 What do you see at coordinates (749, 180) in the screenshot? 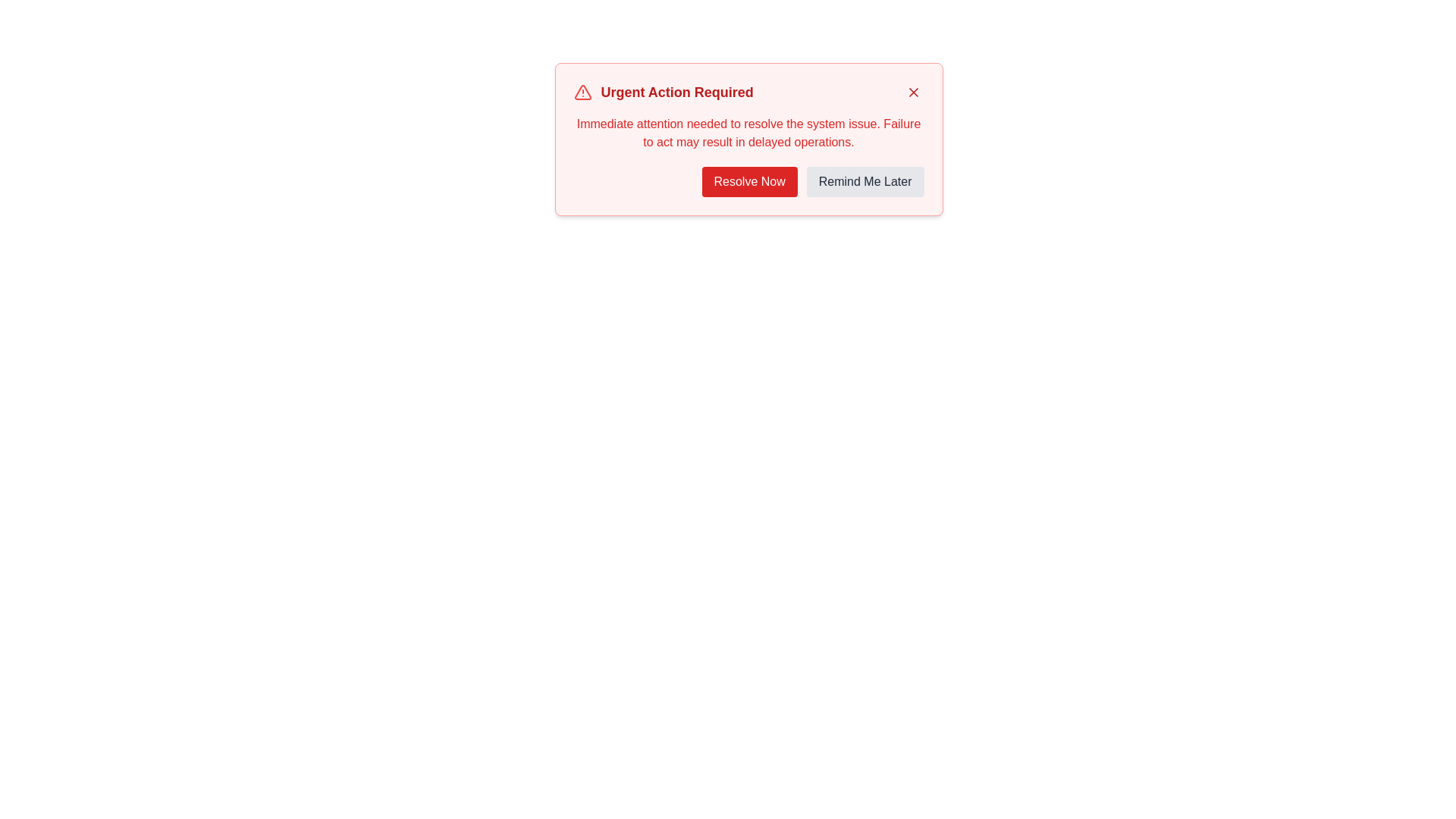
I see `the 'Resolve Now' button, which is a red button with white text, located on the bottom-right side of the interface` at bounding box center [749, 180].